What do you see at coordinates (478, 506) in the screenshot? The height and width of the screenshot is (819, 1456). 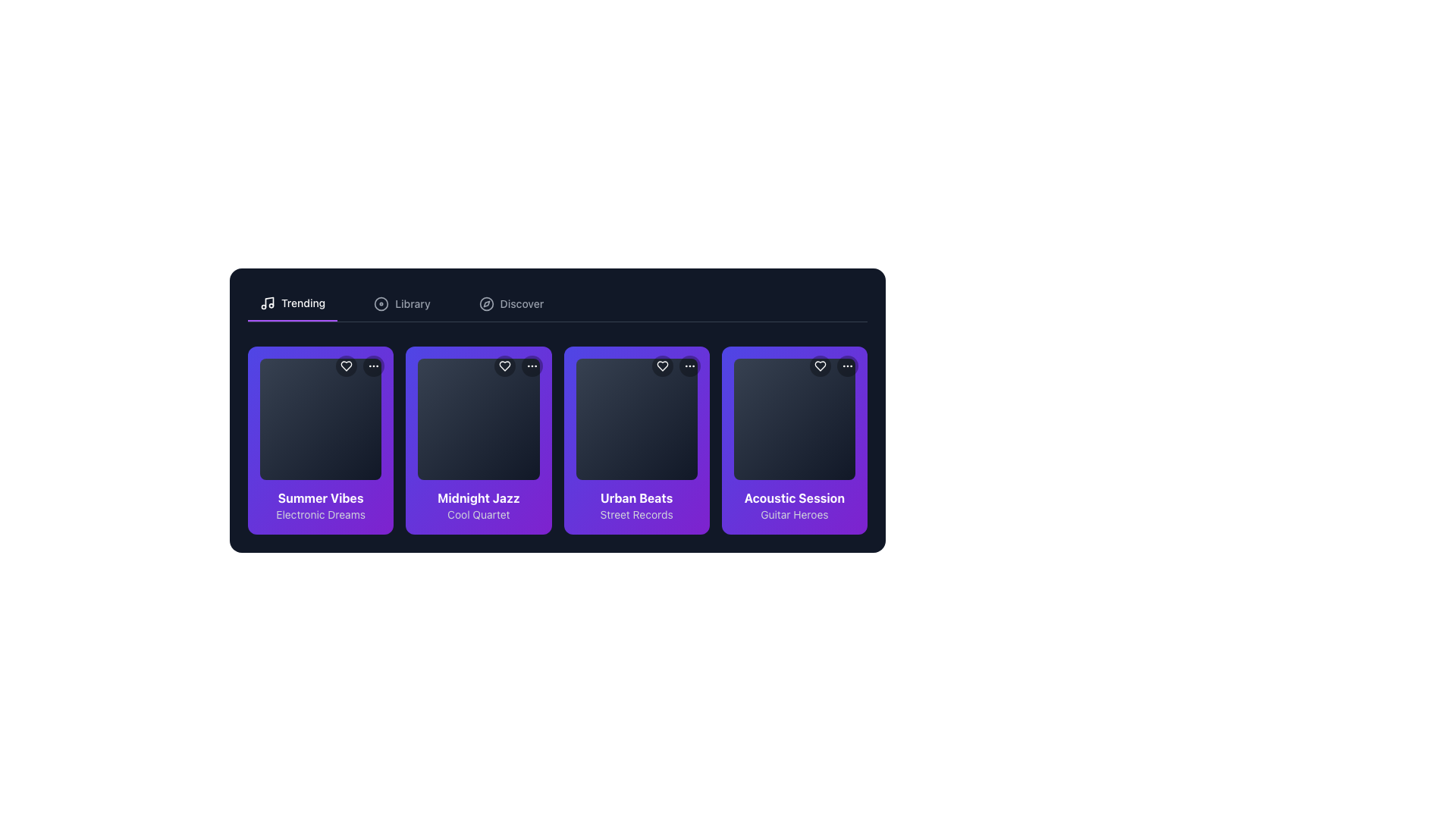 I see `the Text Display Component of the 'Midnight Jazz' music card, which displays 'Midnight Jazz' in bold white text and 'Cool Quartet' in a smaller gray font, located at the bottom section of the card` at bounding box center [478, 506].